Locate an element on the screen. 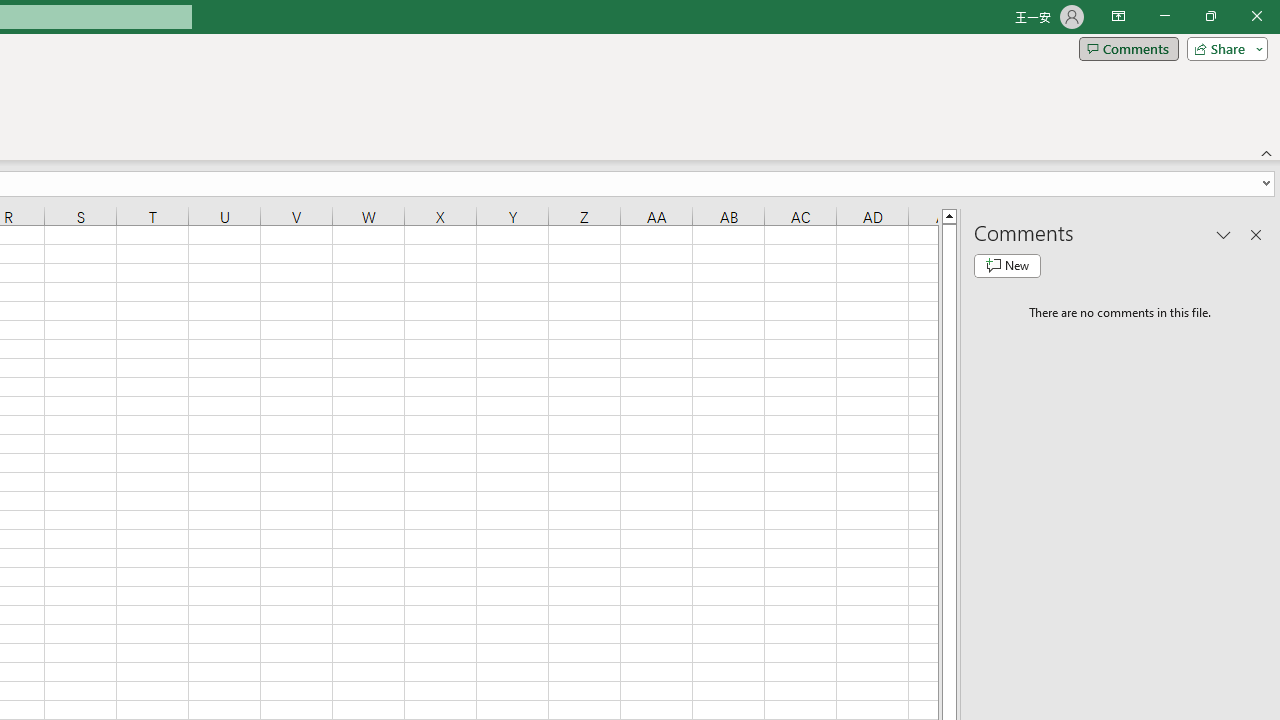 This screenshot has width=1280, height=720. 'New comment' is located at coordinates (1007, 265).